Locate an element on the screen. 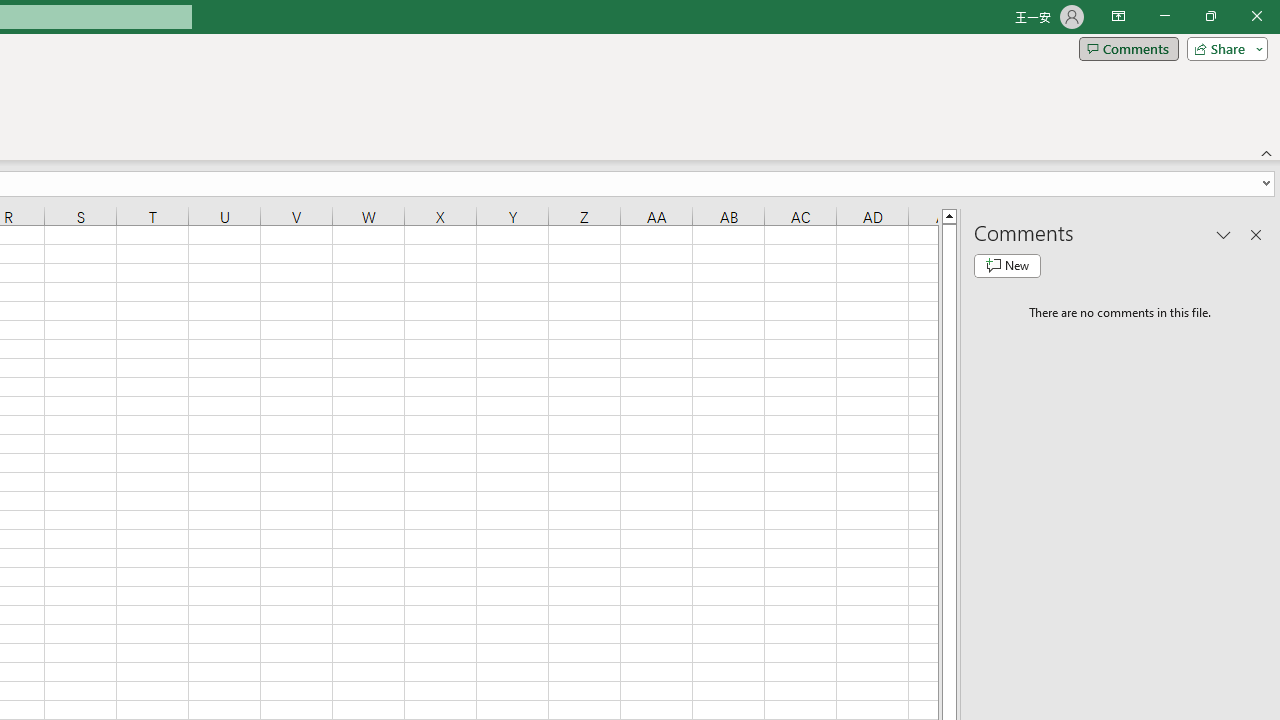 This screenshot has width=1280, height=720. 'New comment' is located at coordinates (1007, 265).